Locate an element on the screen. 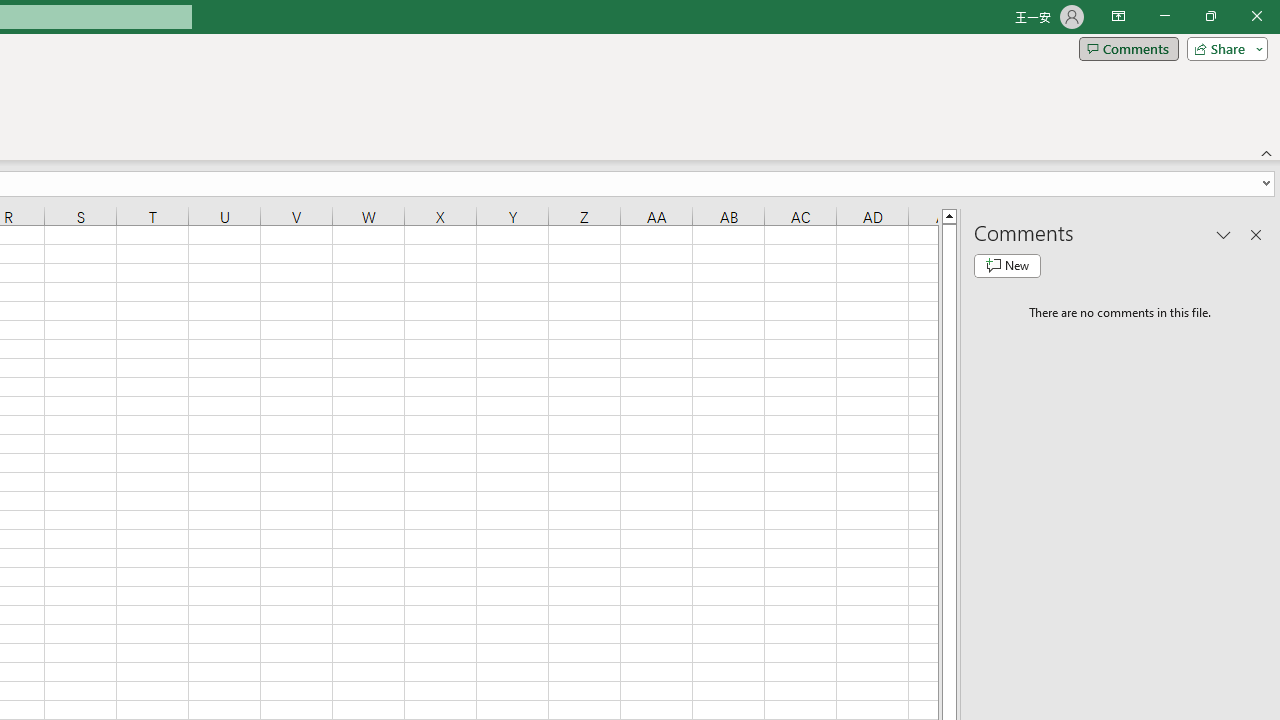 This screenshot has width=1280, height=720. 'New comment' is located at coordinates (1007, 265).